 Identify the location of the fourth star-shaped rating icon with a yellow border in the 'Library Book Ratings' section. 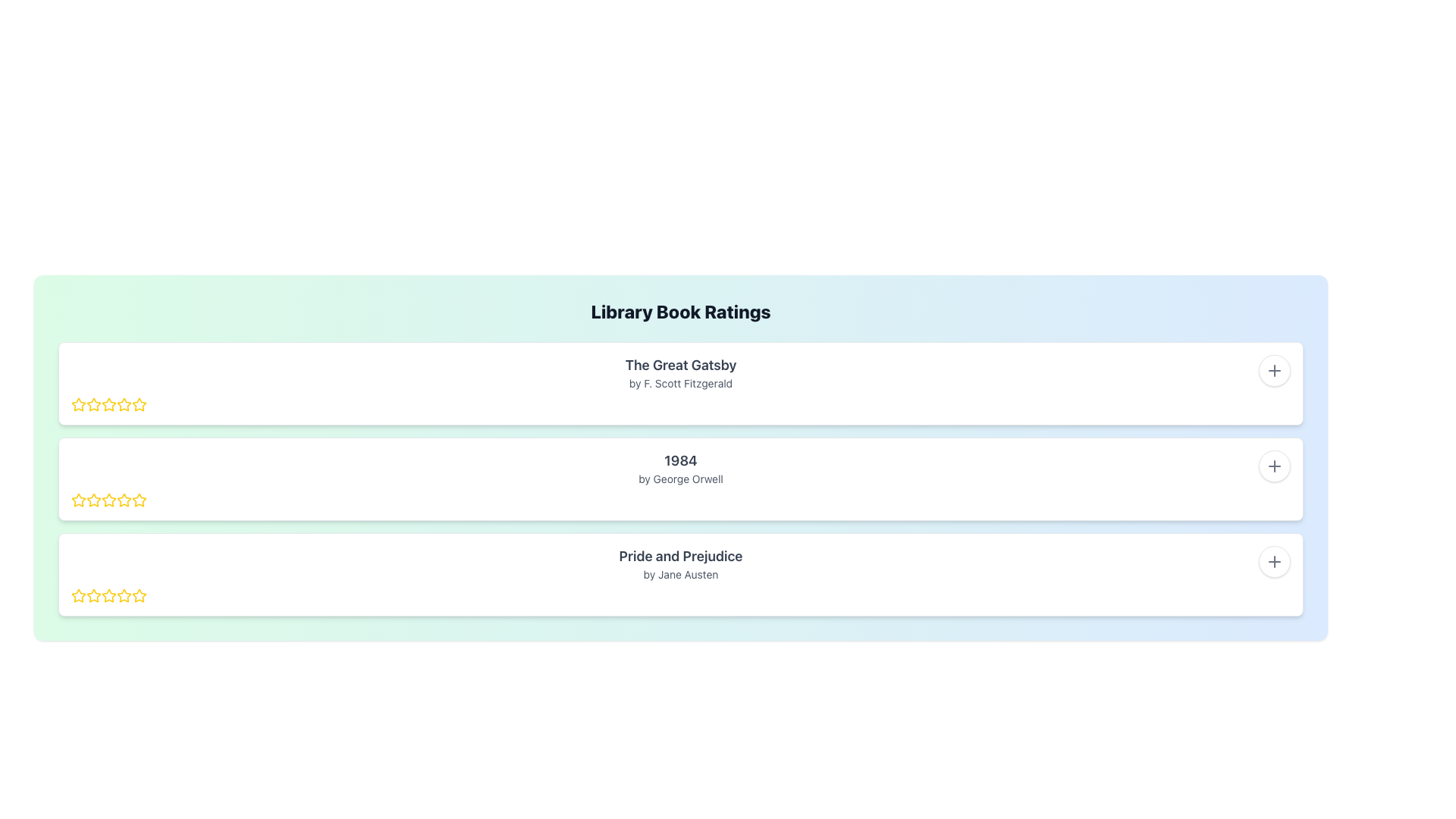
(124, 403).